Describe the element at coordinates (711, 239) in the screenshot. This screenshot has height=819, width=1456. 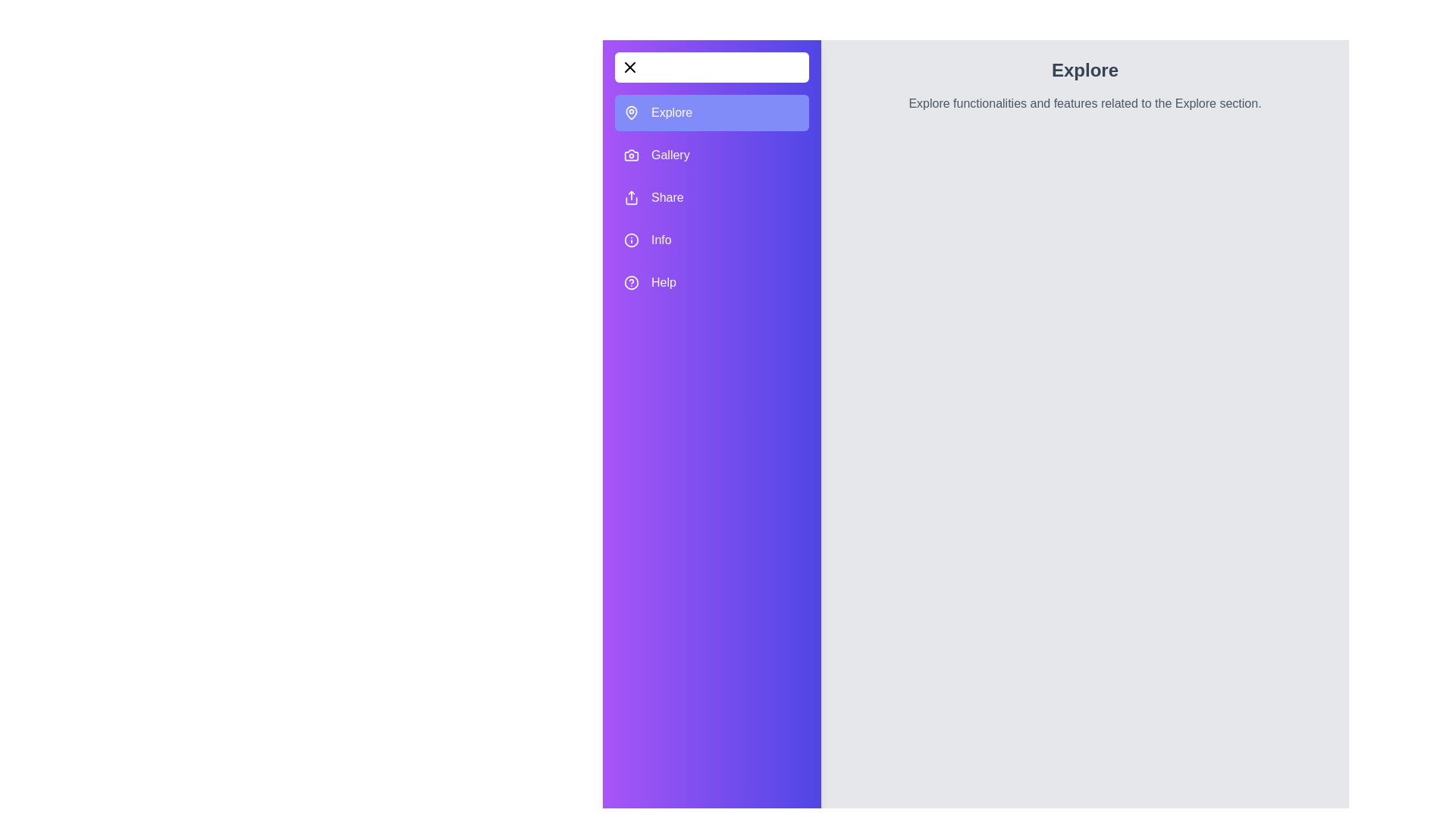
I see `the tab labeled Info in the navigation drawer` at that location.